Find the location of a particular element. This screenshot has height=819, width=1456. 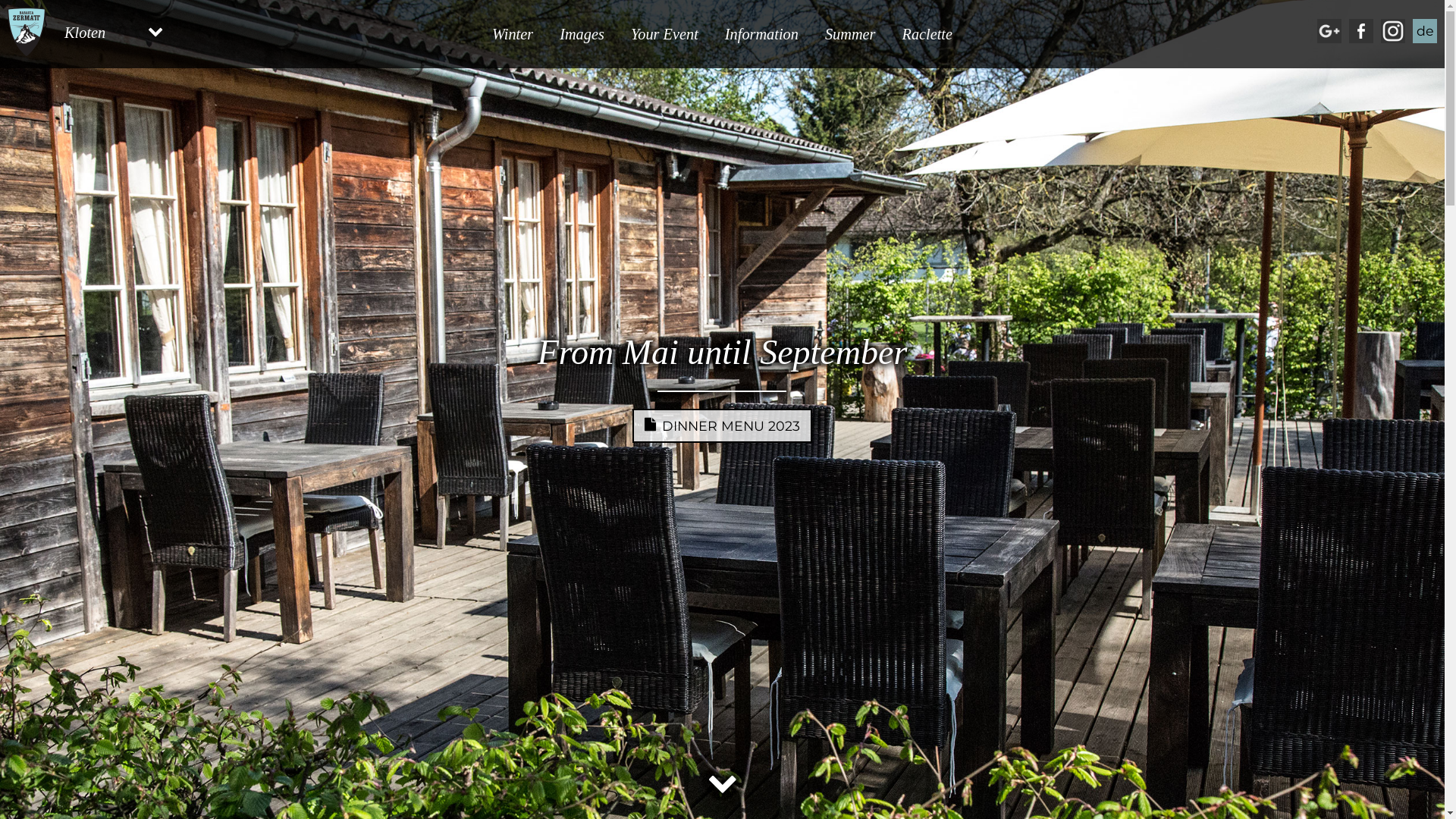

'DINNER MENU 2023' is located at coordinates (720, 425).